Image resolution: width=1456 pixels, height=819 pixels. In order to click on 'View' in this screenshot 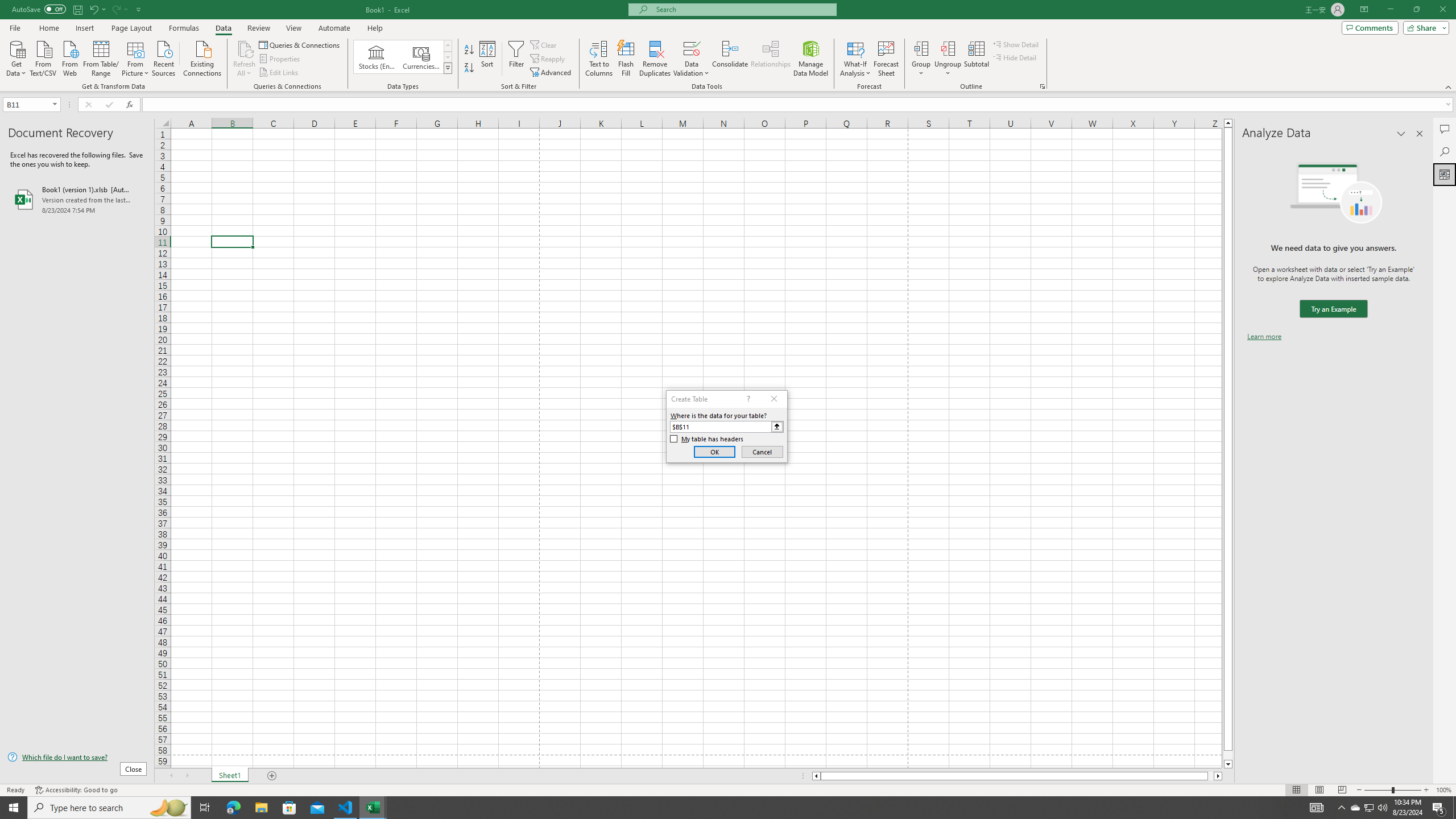, I will do `click(292, 28)`.